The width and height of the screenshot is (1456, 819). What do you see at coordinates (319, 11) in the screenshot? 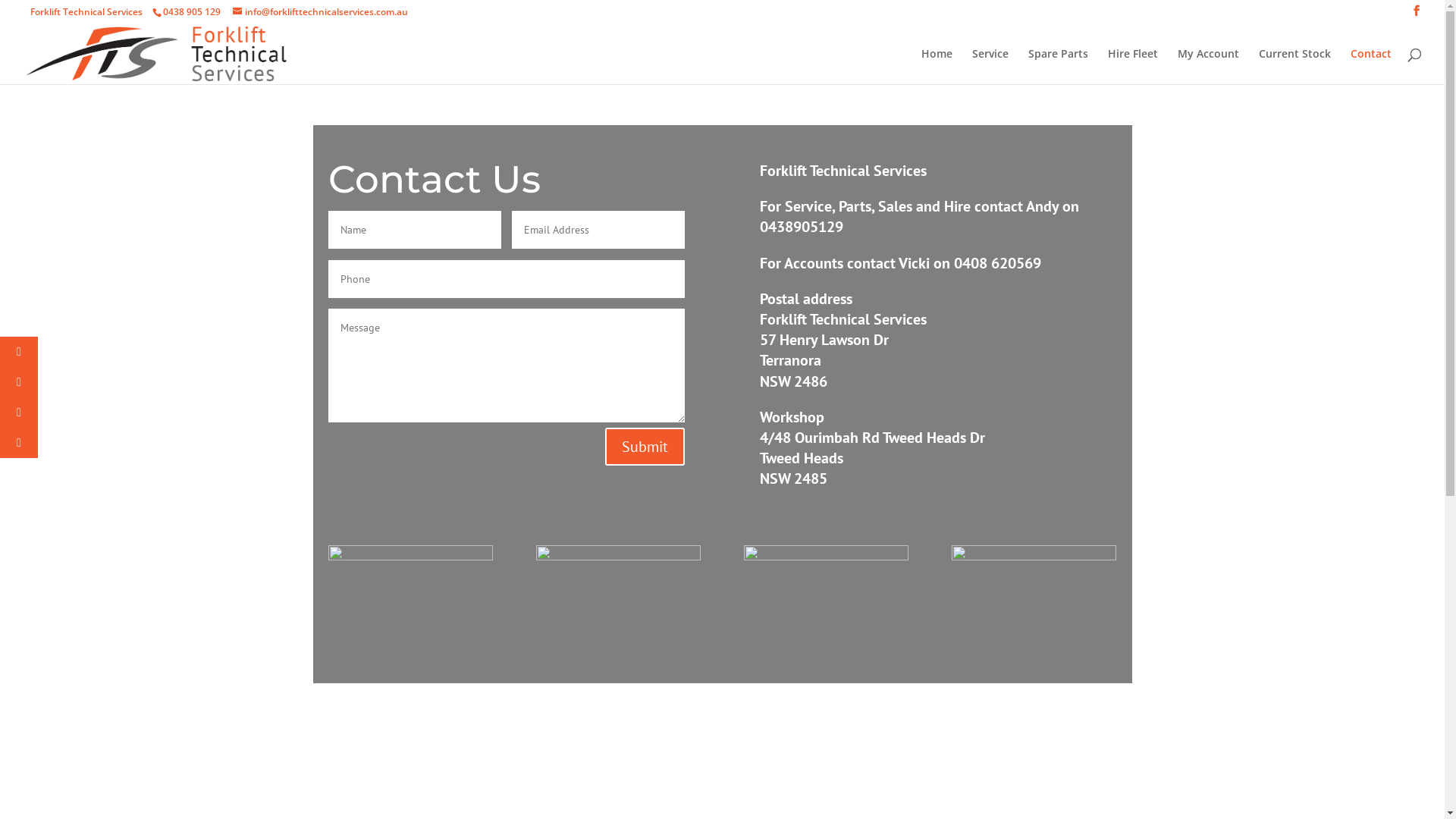
I see `'info@forklifttechnicalservices.com.au'` at bounding box center [319, 11].